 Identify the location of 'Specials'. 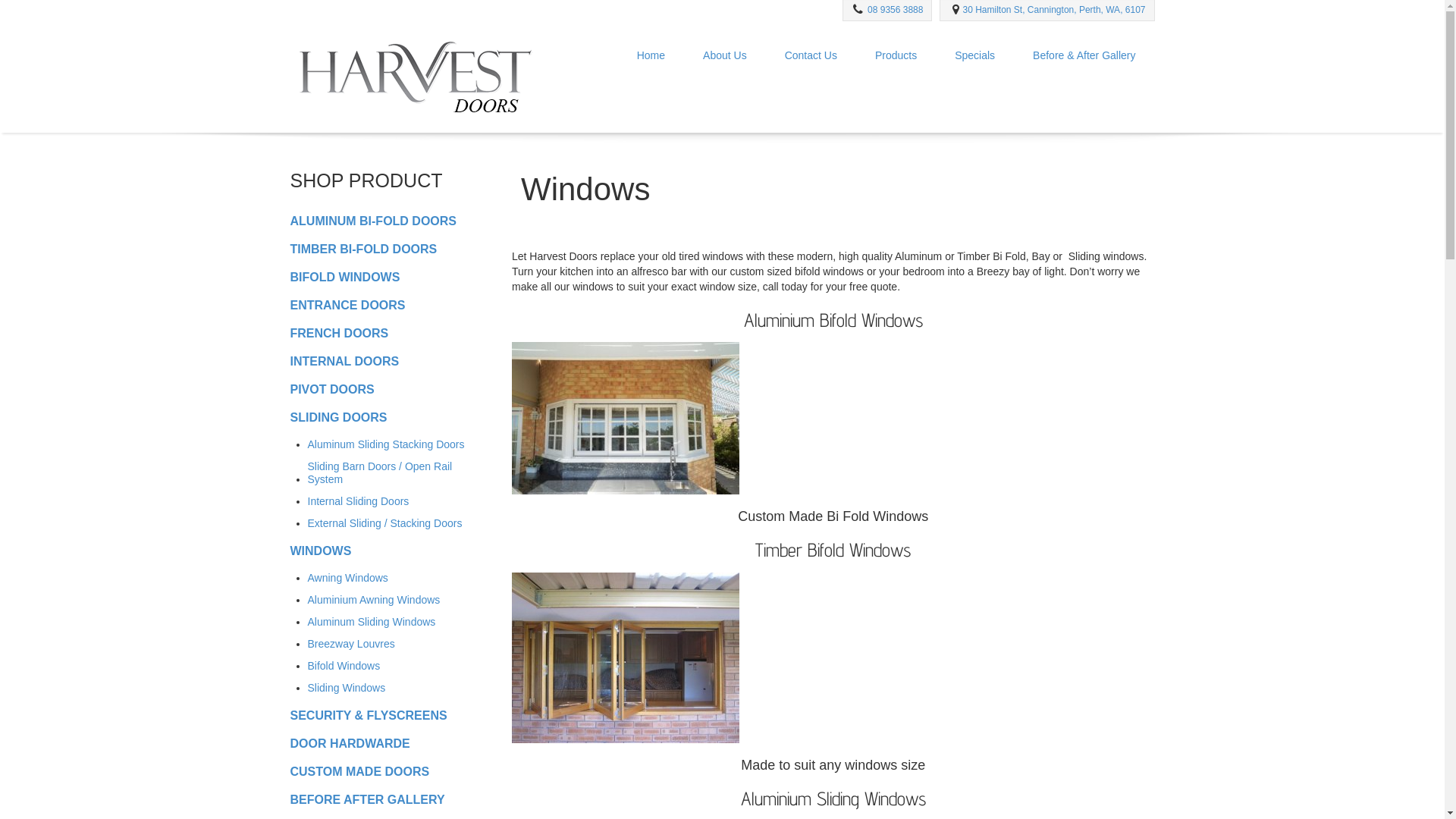
(974, 55).